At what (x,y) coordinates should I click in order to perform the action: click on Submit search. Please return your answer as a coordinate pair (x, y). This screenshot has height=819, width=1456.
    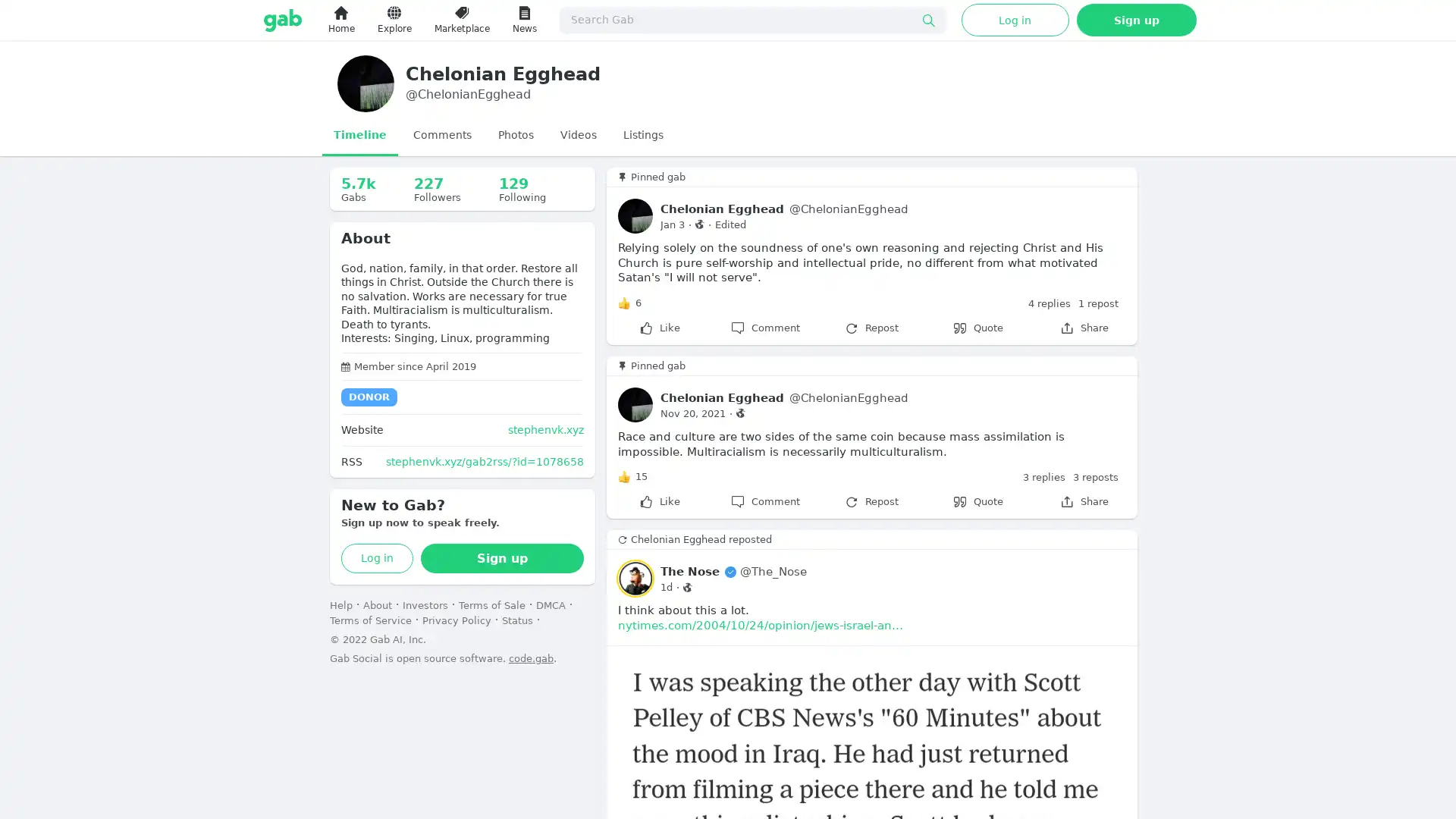
    Looking at the image, I should click on (927, 20).